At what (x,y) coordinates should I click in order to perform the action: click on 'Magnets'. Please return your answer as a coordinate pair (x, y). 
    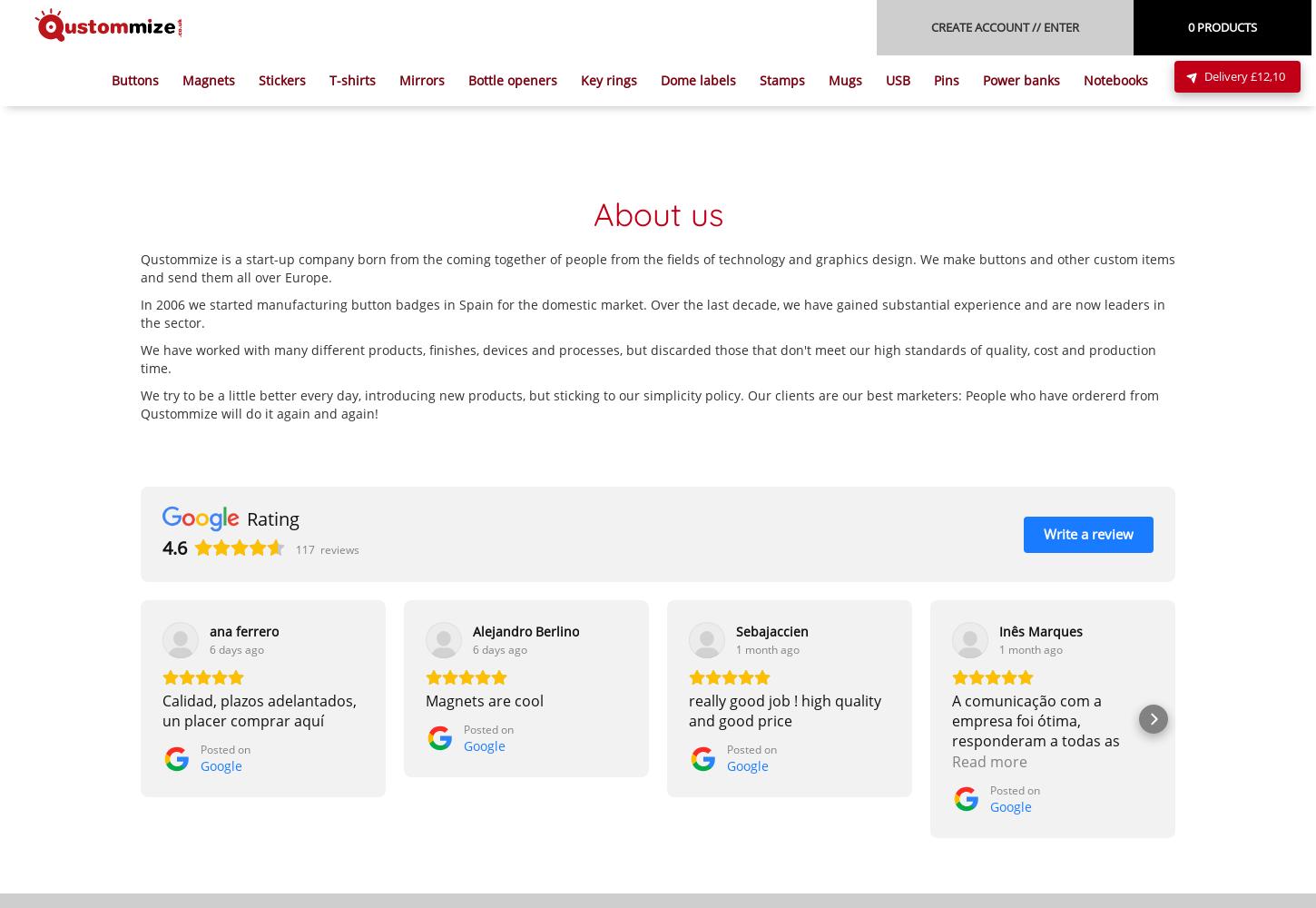
    Looking at the image, I should click on (207, 79).